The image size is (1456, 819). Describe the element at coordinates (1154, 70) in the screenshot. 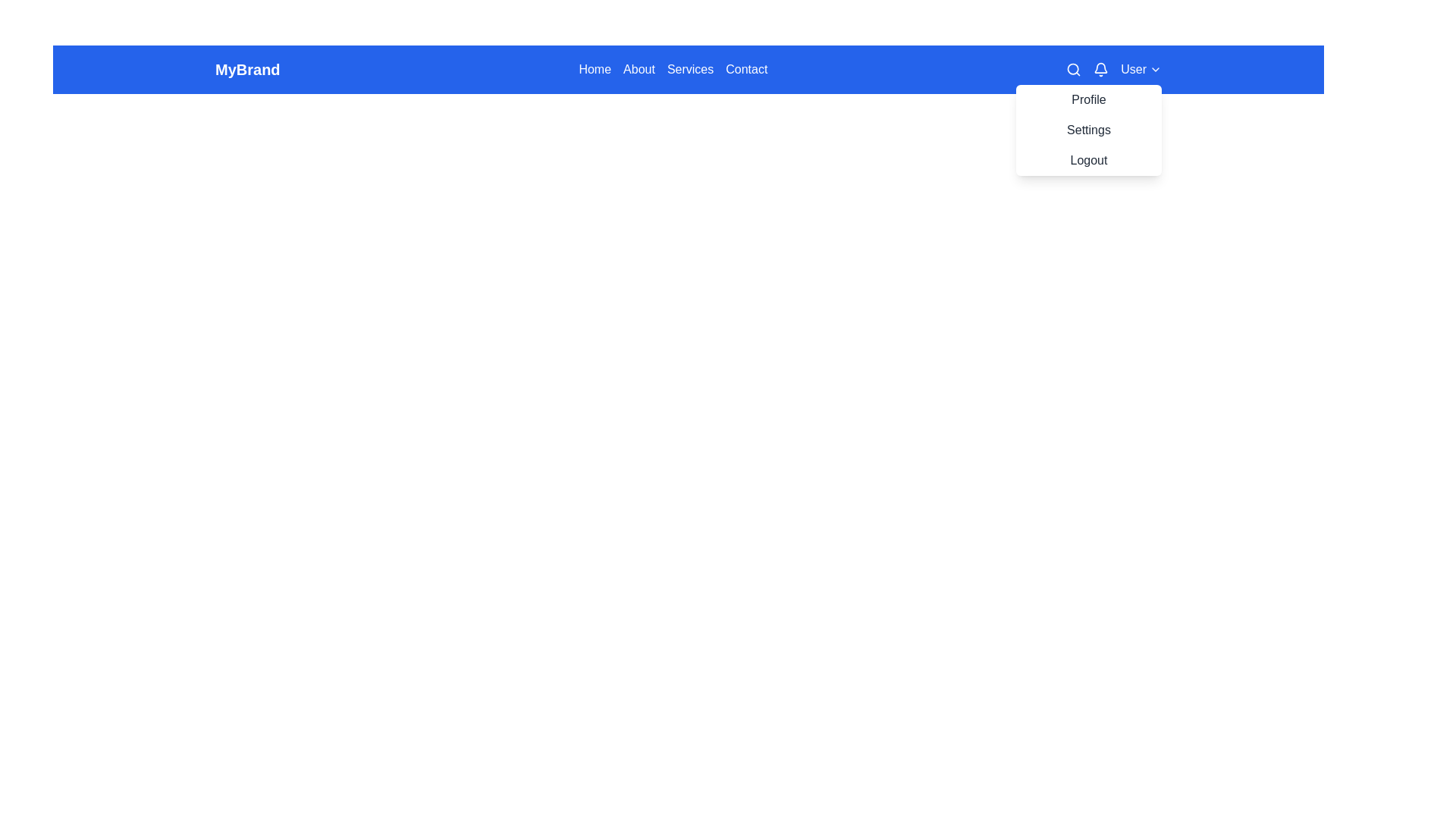

I see `the downward-pointing chevron icon located to the right of the text 'User' in the top navigation bar` at that location.